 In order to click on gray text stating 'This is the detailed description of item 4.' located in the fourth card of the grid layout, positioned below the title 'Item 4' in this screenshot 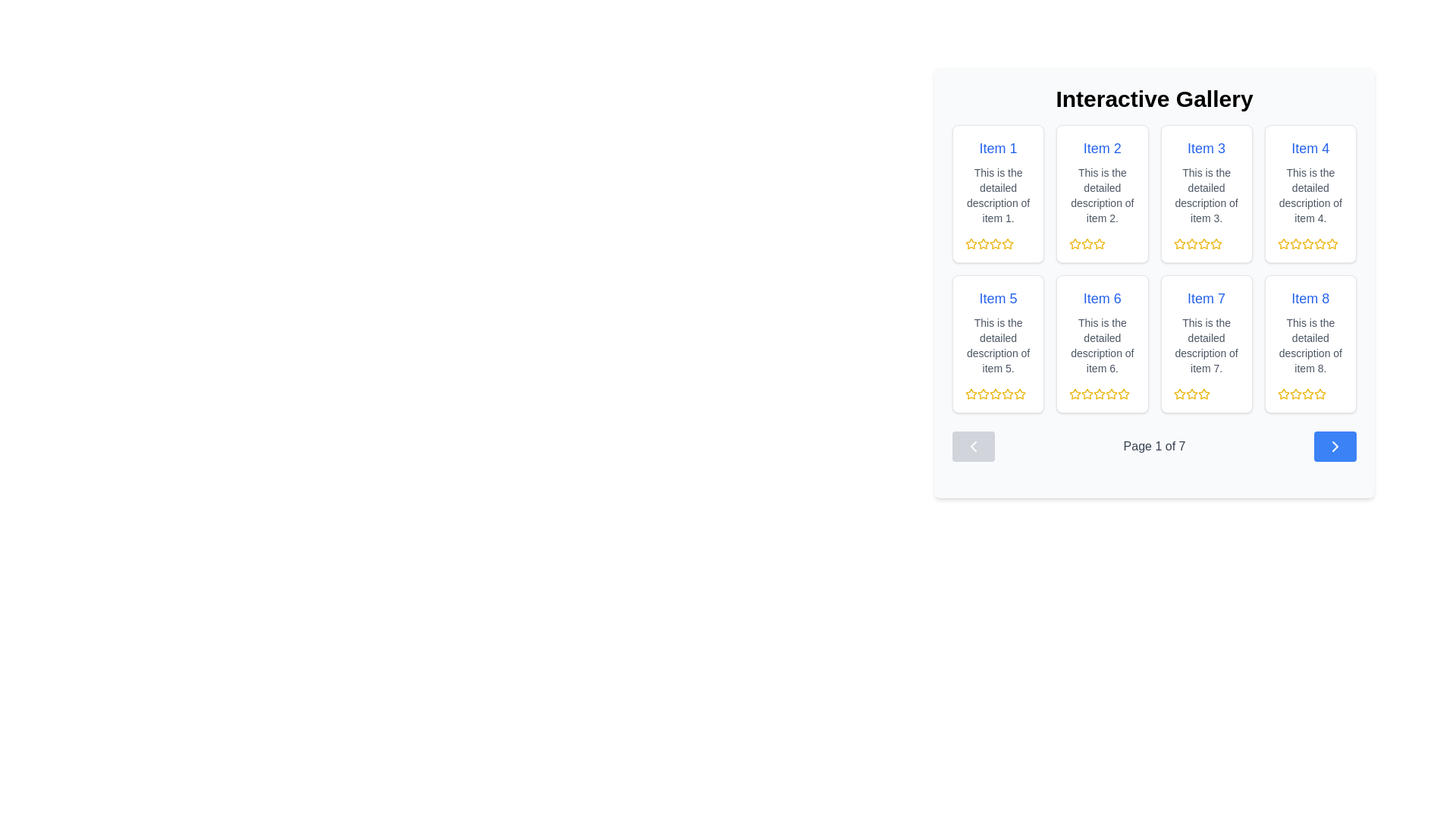, I will do `click(1310, 195)`.